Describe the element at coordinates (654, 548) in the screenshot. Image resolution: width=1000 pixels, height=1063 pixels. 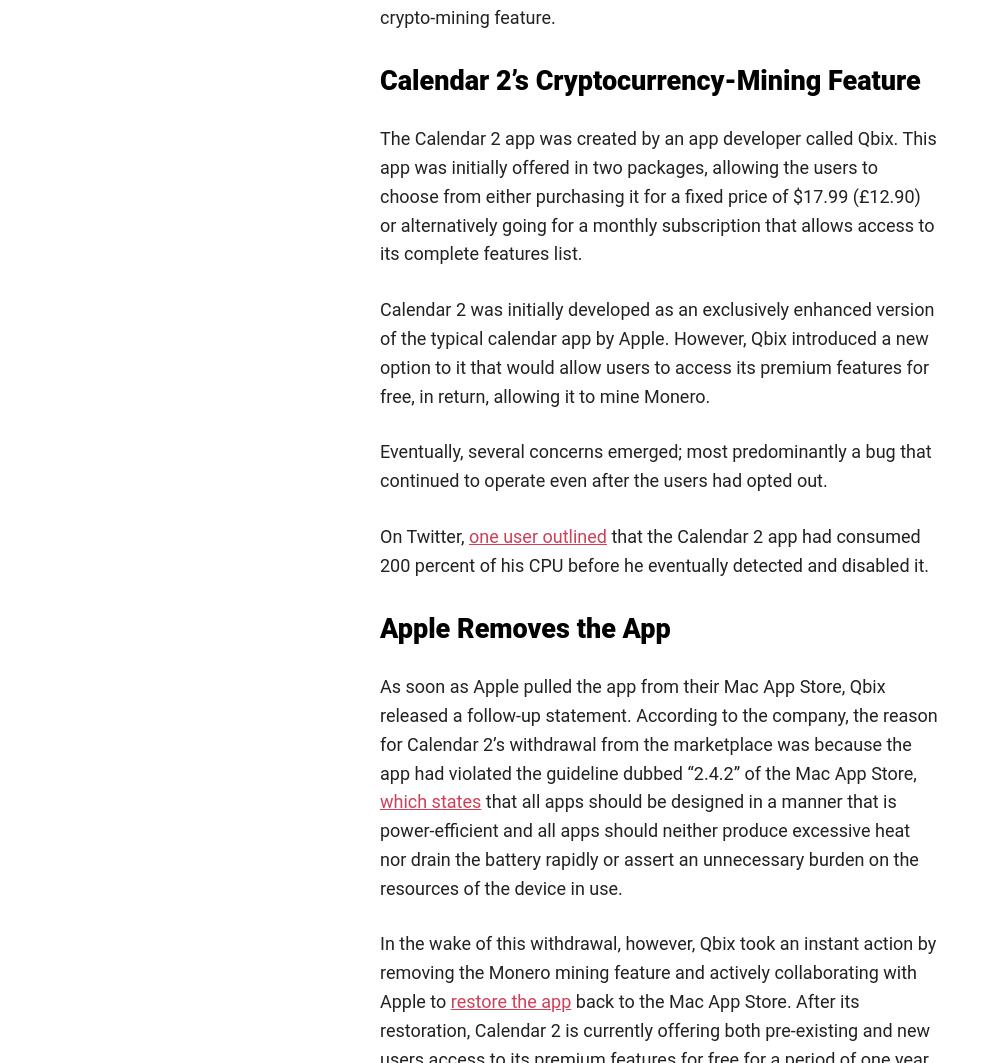
I see `'that the Calendar 2 app had consumed 200 percent of his CPU before he eventually detected and disabled it.'` at that location.